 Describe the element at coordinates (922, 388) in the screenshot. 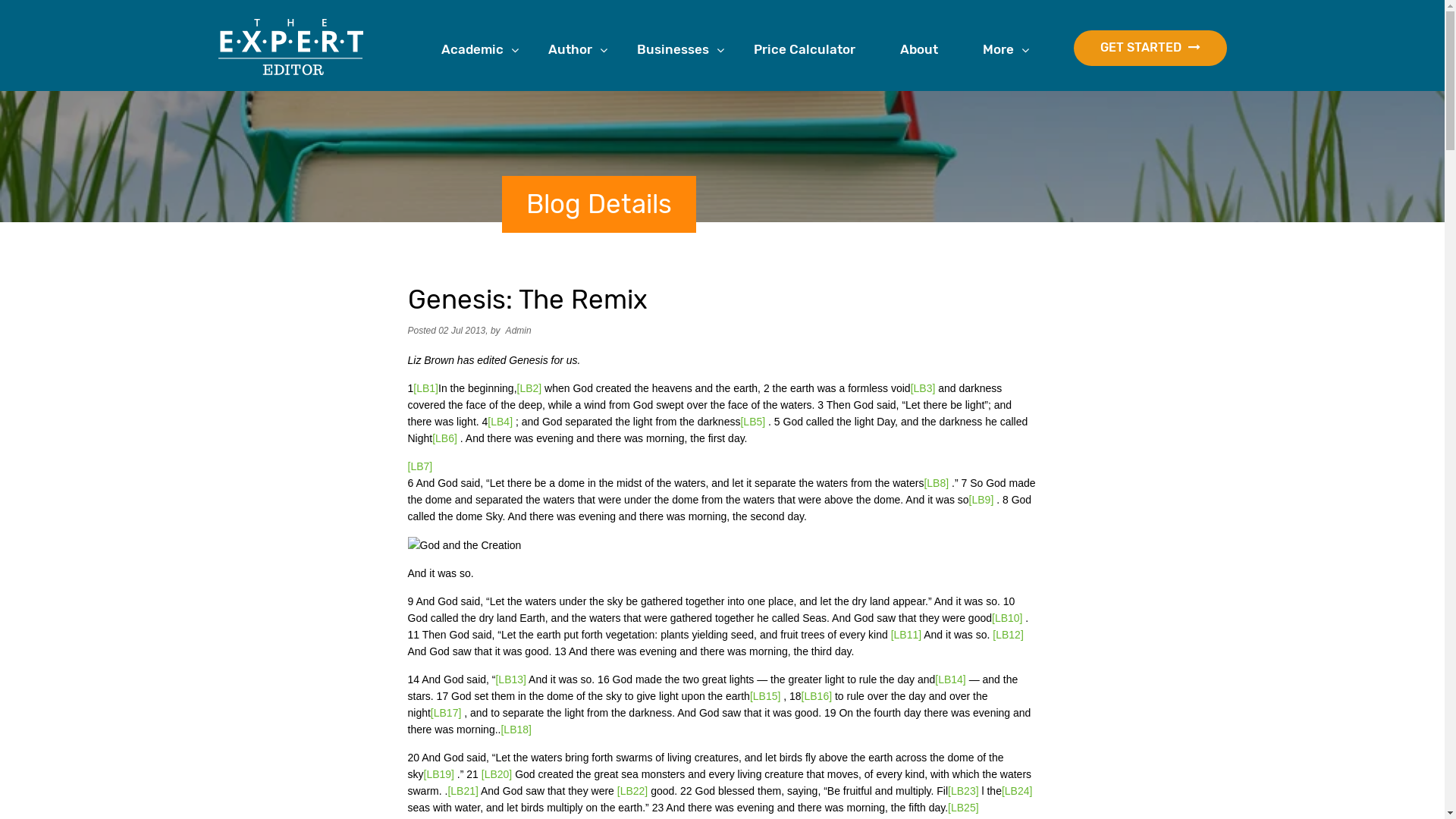

I see `'[LB3]'` at that location.